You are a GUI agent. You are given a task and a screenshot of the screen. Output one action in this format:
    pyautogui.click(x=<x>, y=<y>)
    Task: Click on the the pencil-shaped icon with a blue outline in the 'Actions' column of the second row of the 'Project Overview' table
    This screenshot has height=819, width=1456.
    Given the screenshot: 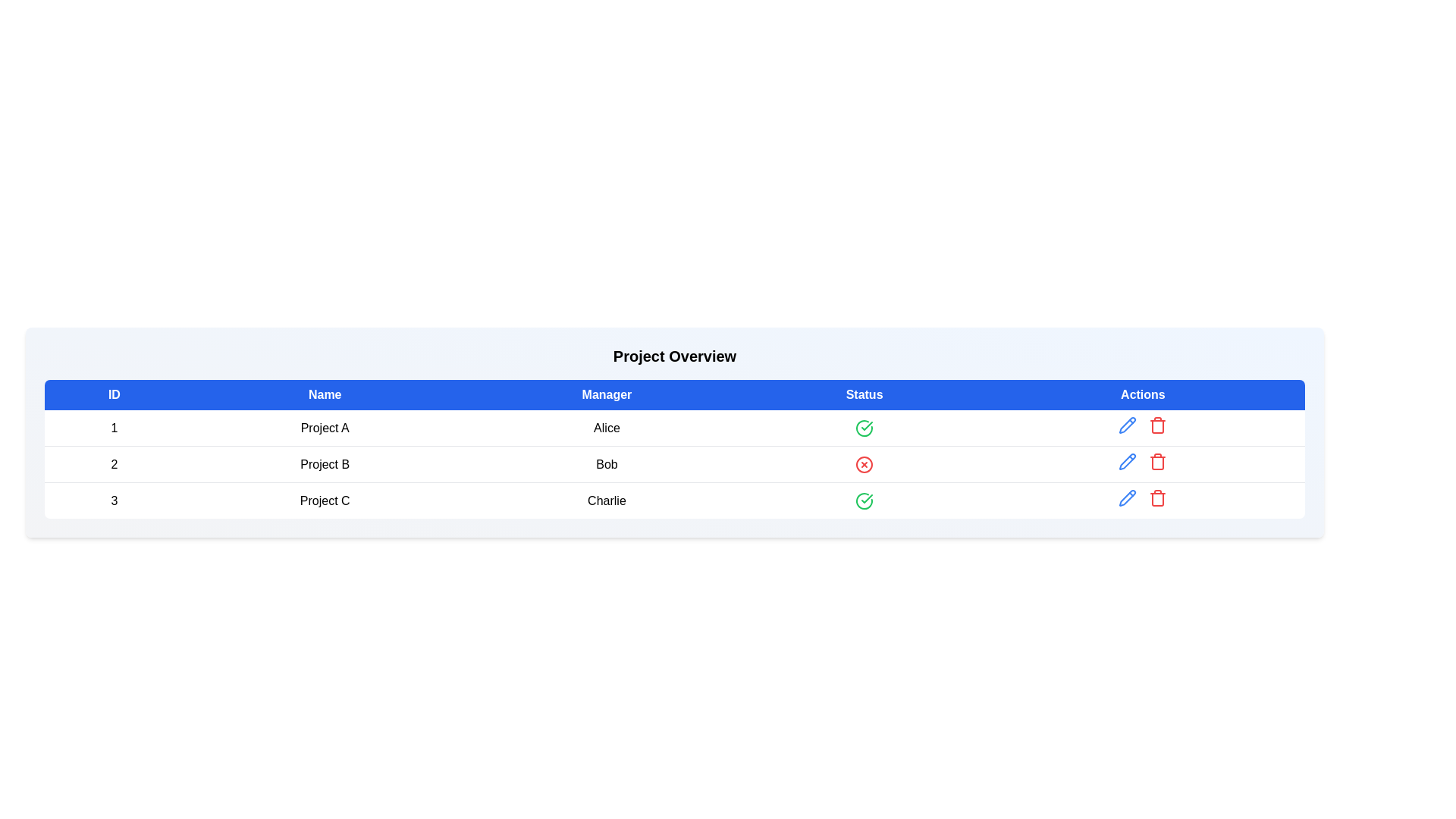 What is the action you would take?
    pyautogui.click(x=1128, y=461)
    